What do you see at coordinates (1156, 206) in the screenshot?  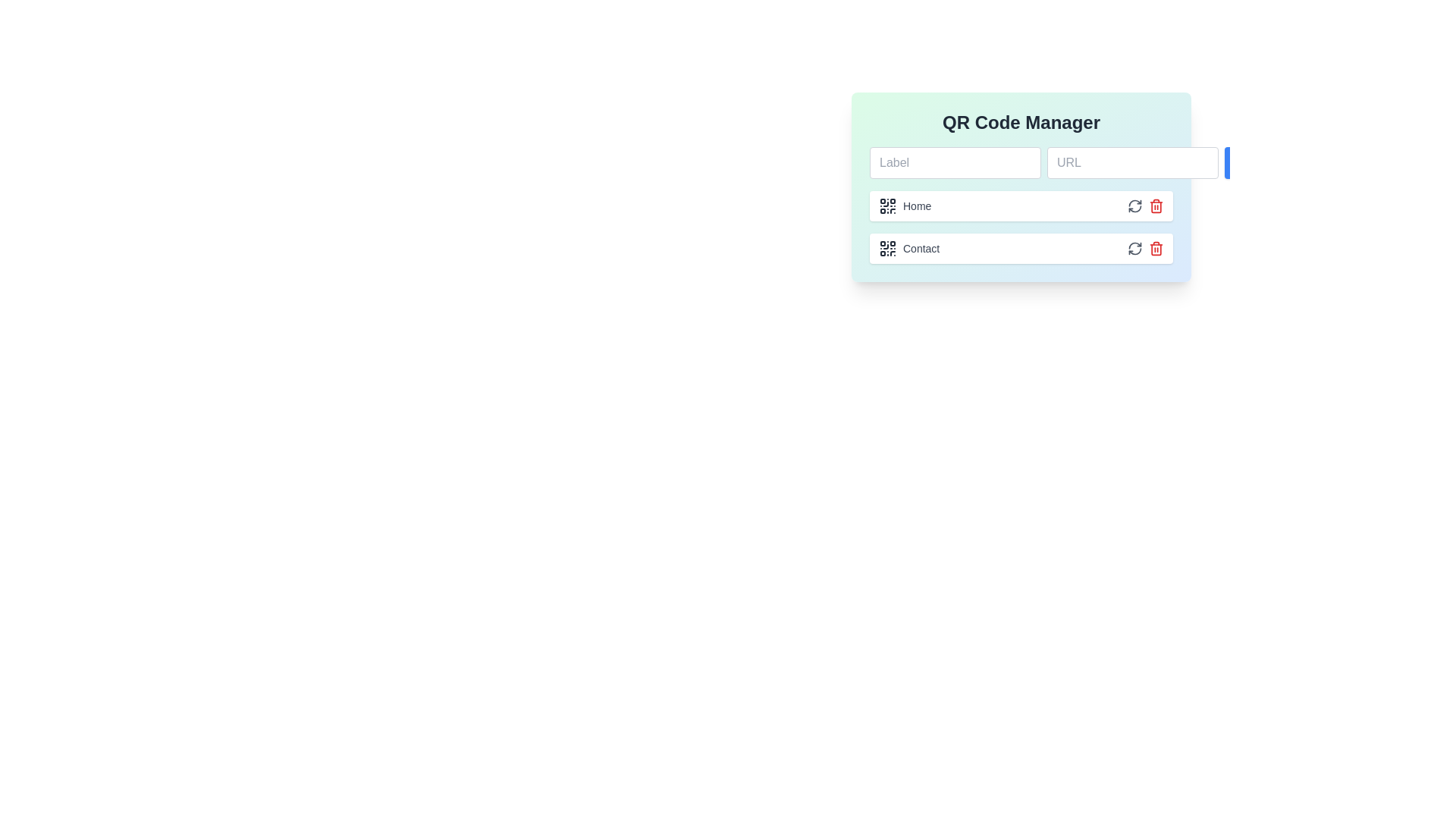 I see `the delete button icon in the QR Code Manager to change its color` at bounding box center [1156, 206].